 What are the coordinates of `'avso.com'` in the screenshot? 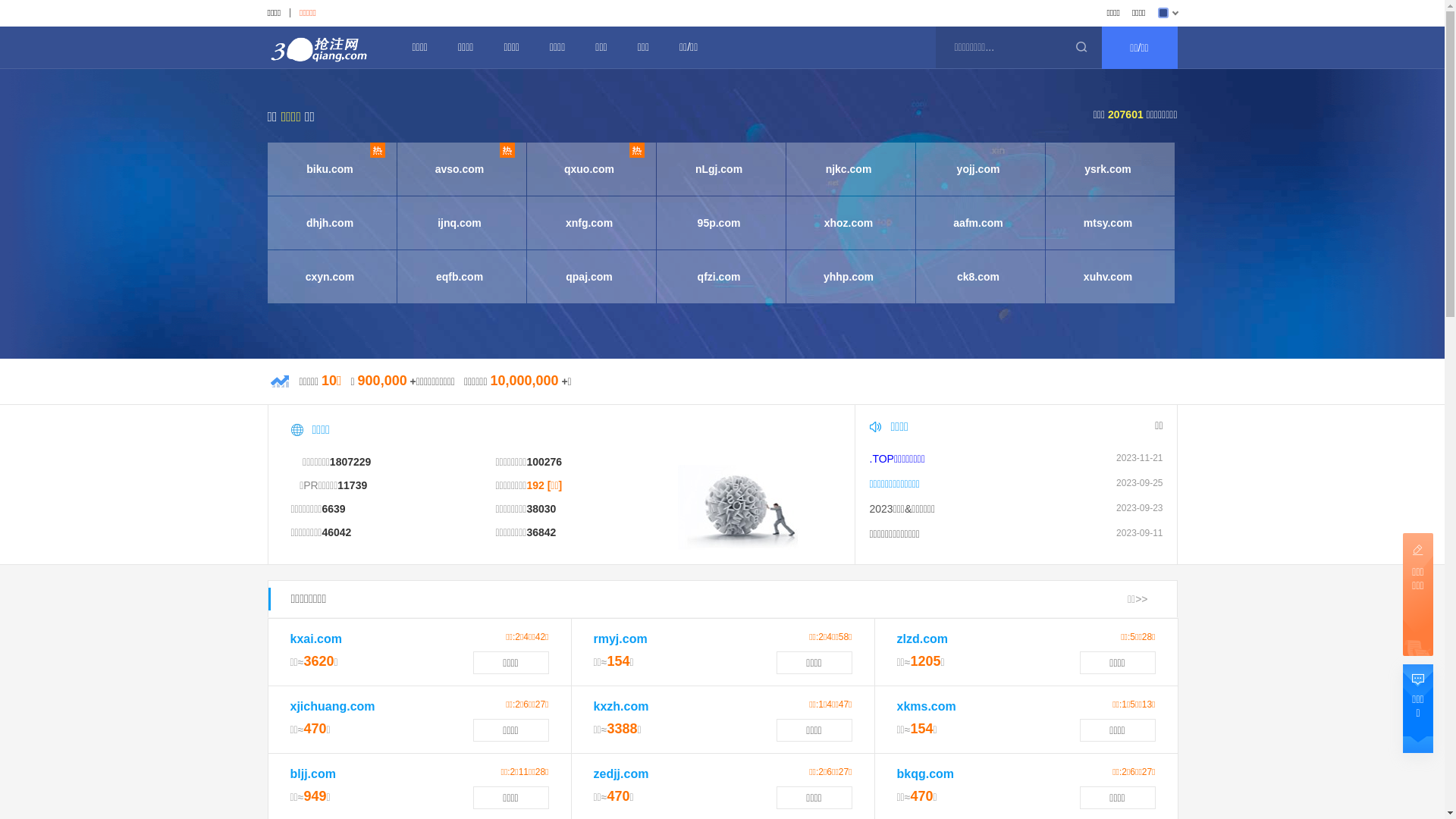 It's located at (459, 169).